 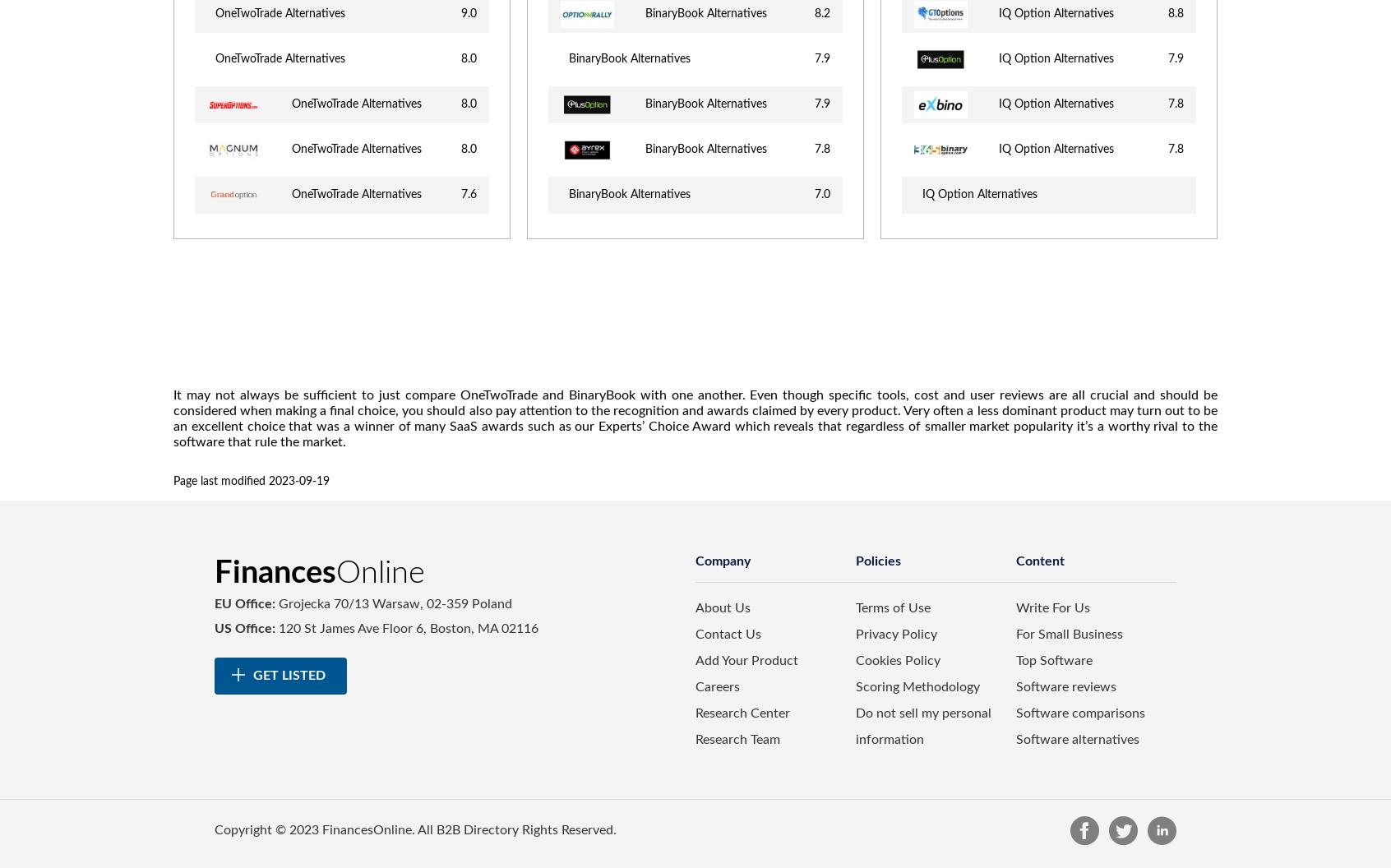 I want to click on 'Write For Us', so click(x=1051, y=607).